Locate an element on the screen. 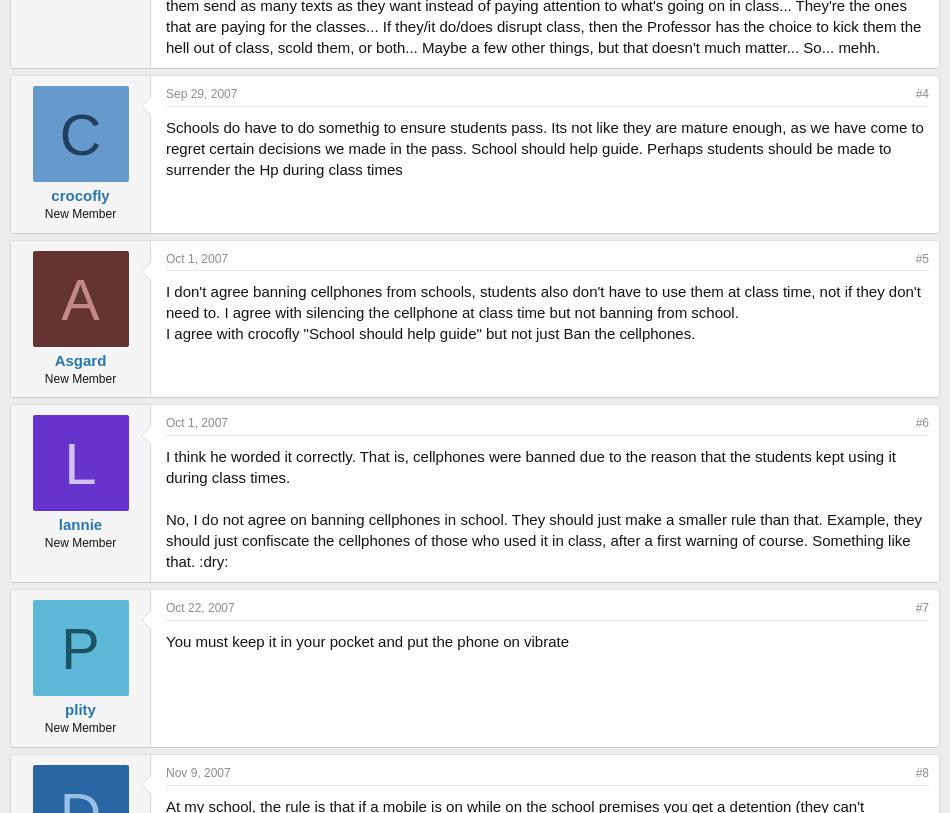  'crocofly' is located at coordinates (79, 193).